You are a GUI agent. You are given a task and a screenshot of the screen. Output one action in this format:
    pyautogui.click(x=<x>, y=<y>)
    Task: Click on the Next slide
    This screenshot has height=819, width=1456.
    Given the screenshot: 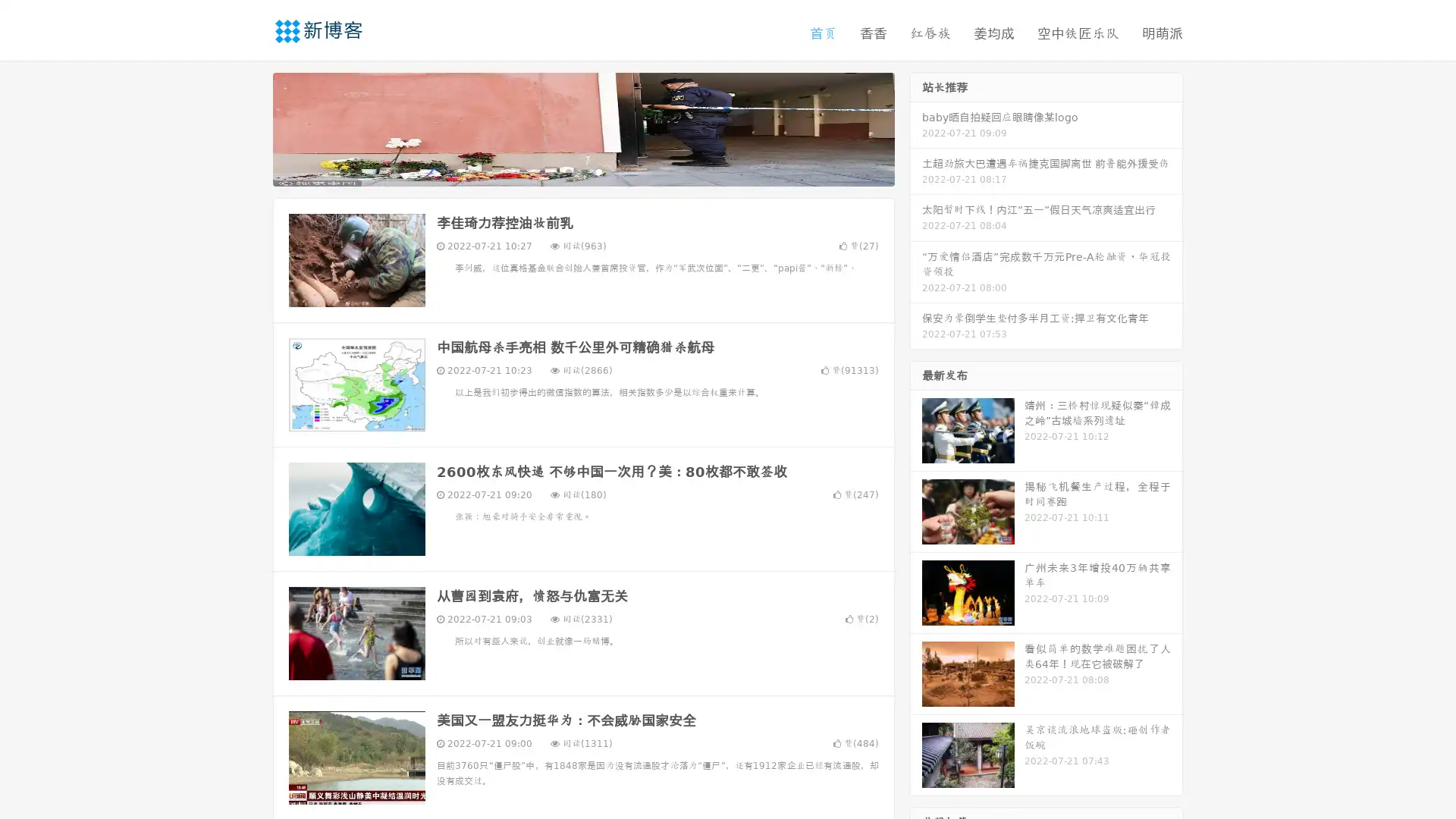 What is the action you would take?
    pyautogui.click(x=916, y=127)
    